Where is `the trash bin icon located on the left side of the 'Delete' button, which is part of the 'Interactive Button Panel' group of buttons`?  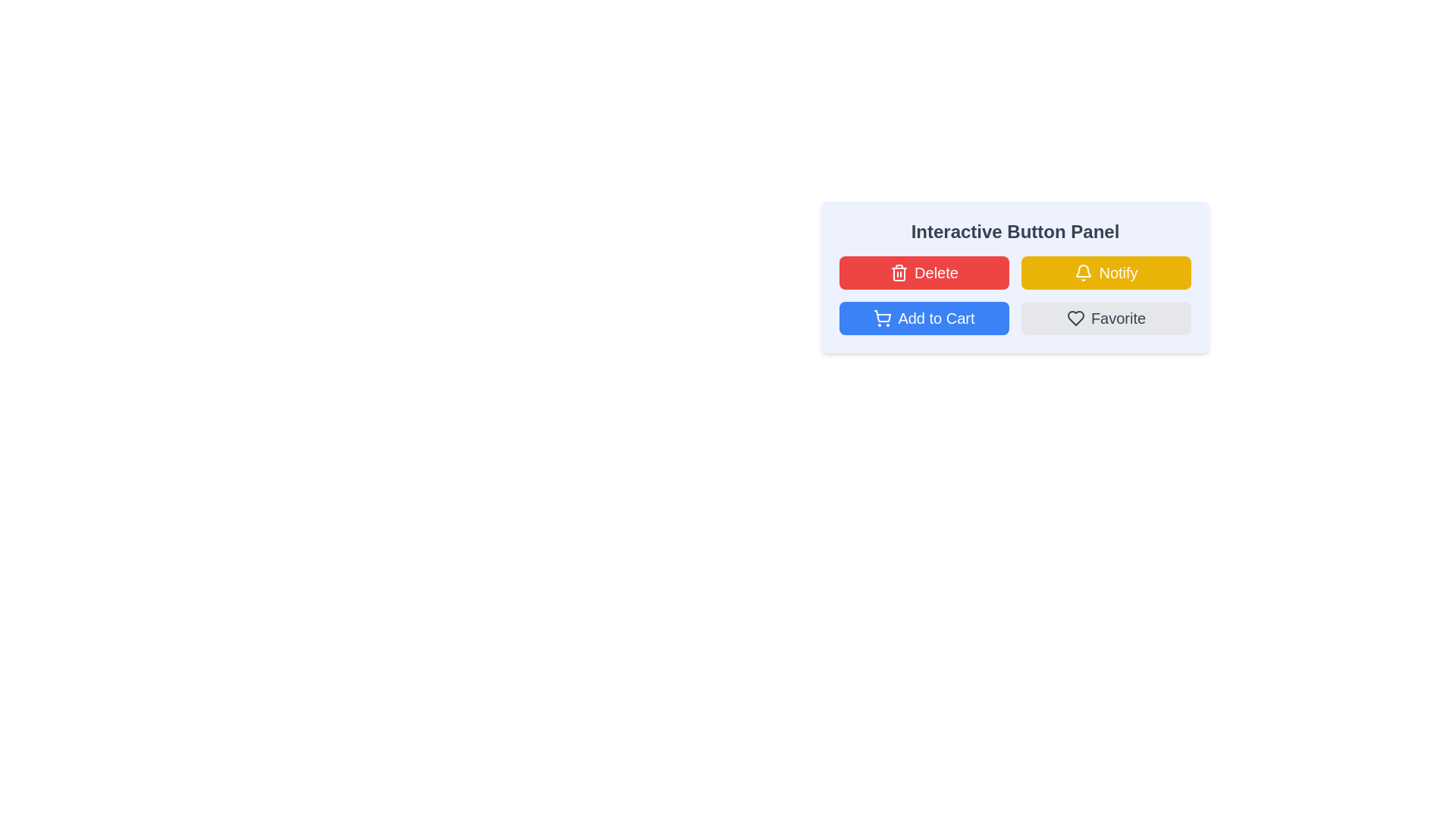
the trash bin icon located on the left side of the 'Delete' button, which is part of the 'Interactive Button Panel' group of buttons is located at coordinates (899, 271).